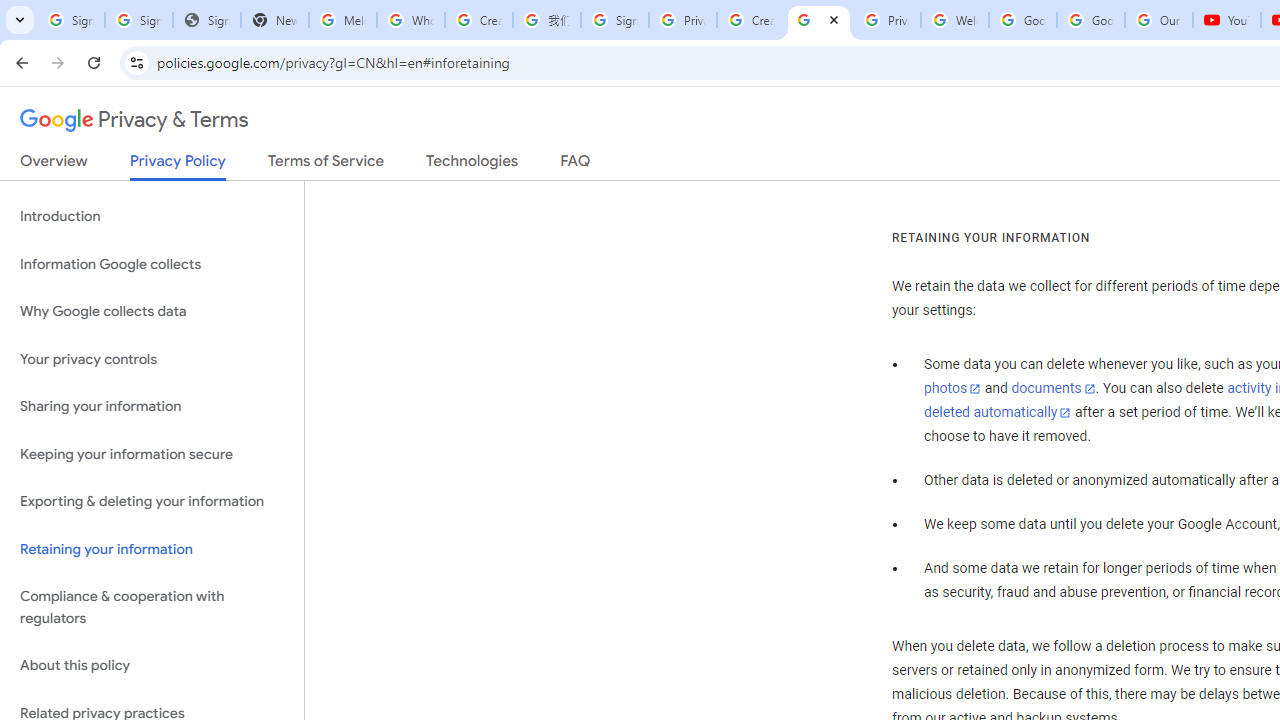  I want to click on 'Google Account', so click(1090, 20).